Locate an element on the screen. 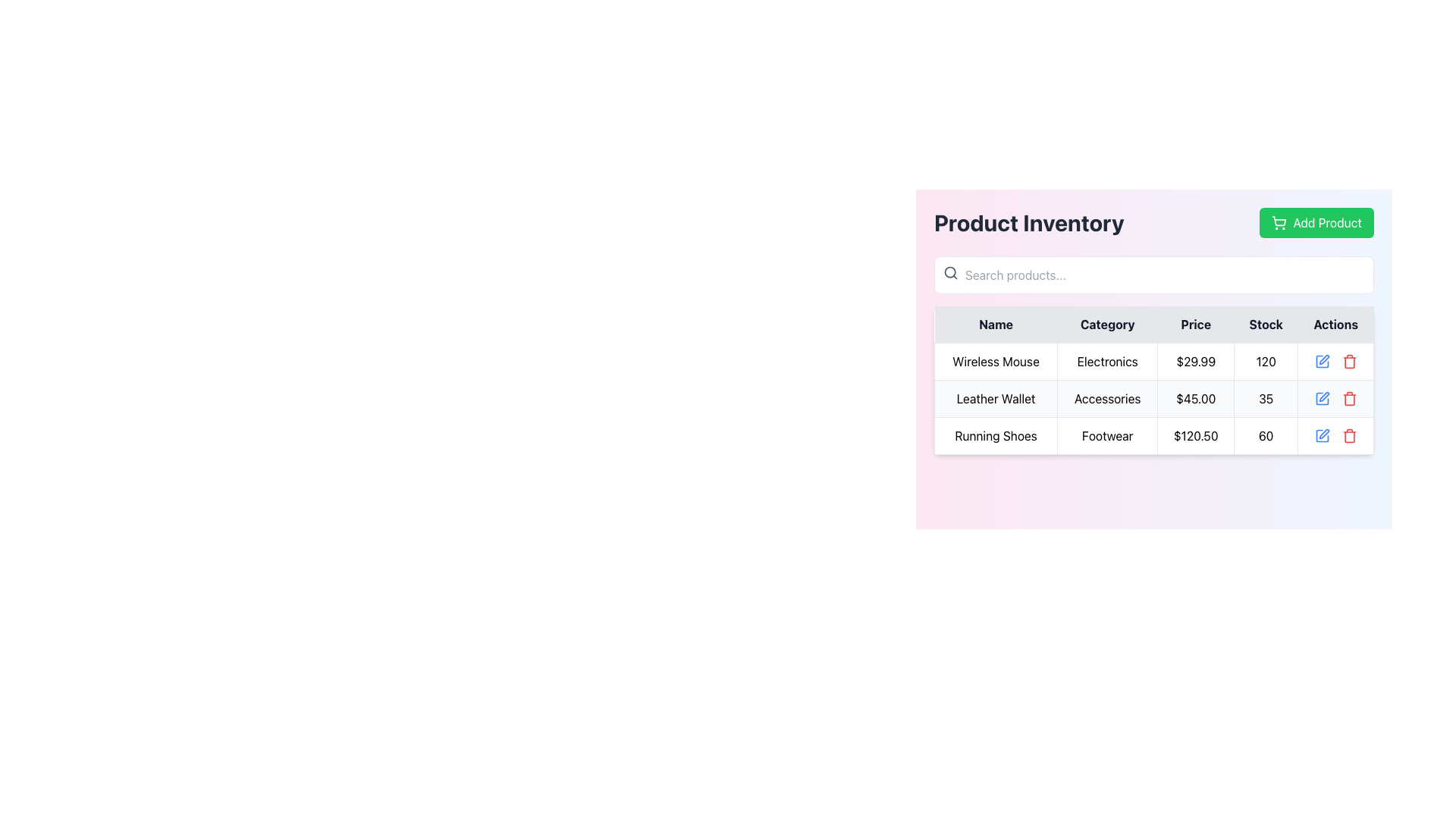  the static text label displaying 'Wireless Mouse', which is located in the first row of the table under the 'Name' column is located at coordinates (996, 362).